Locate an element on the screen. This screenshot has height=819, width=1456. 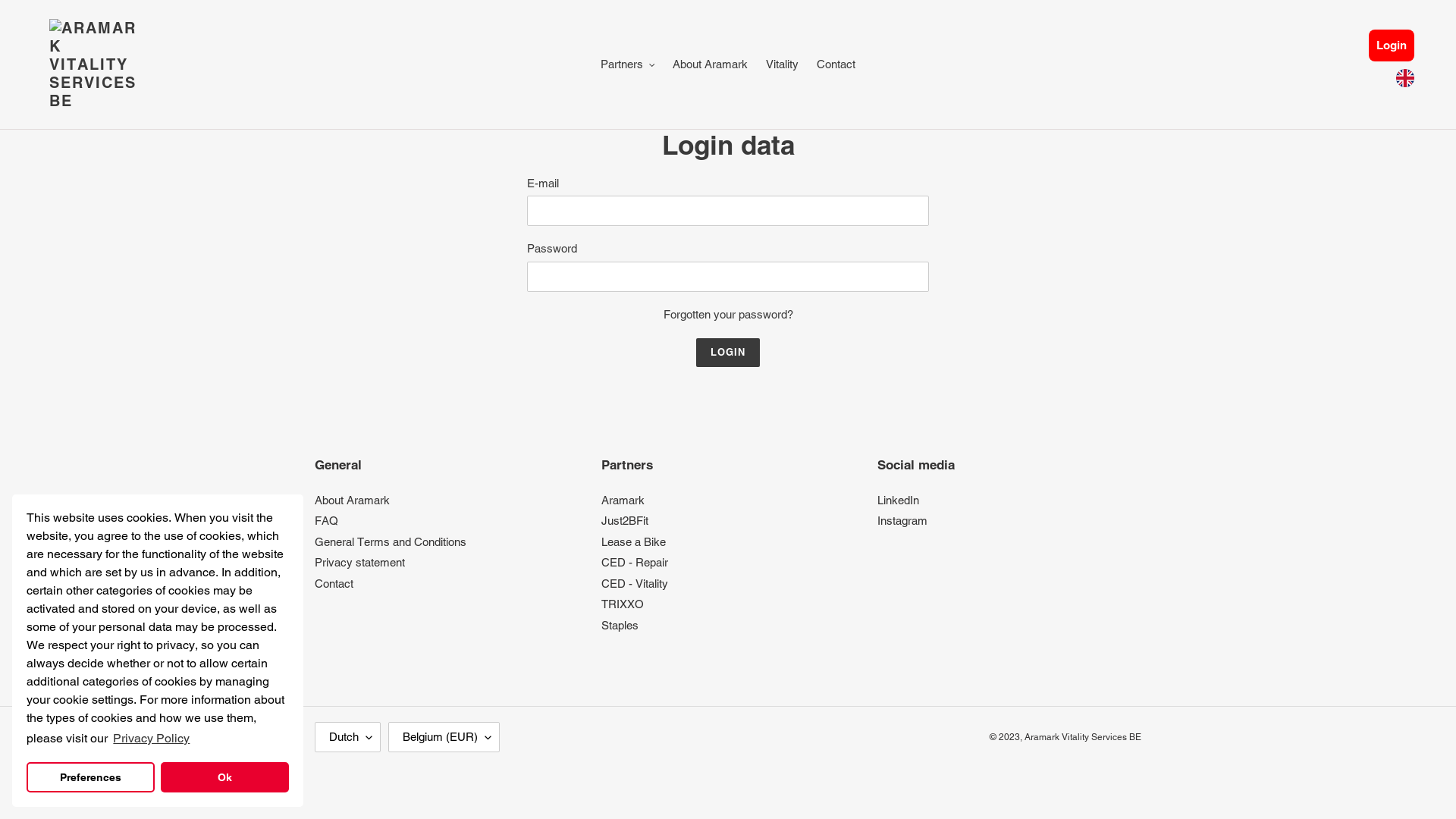
'About Aramark' is located at coordinates (709, 64).